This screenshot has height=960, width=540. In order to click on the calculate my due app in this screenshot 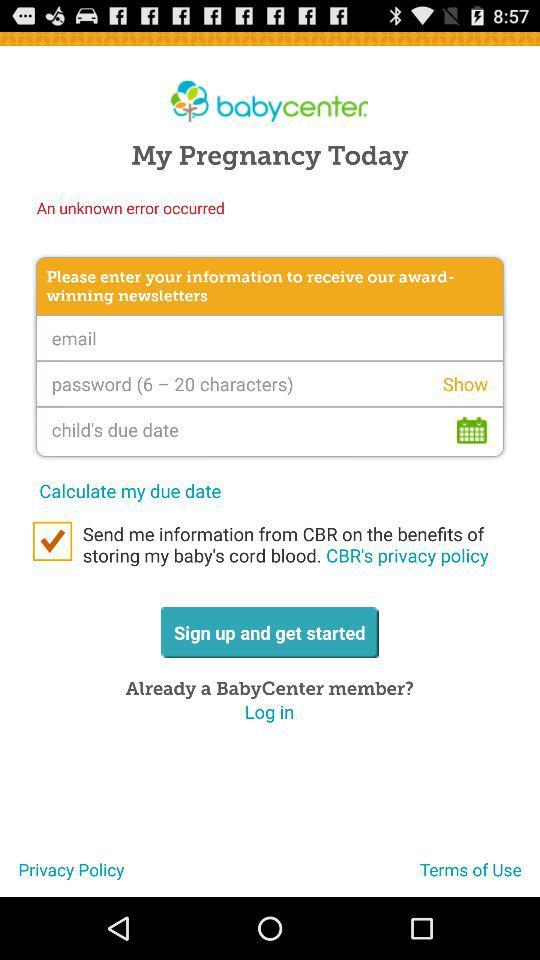, I will do `click(130, 489)`.